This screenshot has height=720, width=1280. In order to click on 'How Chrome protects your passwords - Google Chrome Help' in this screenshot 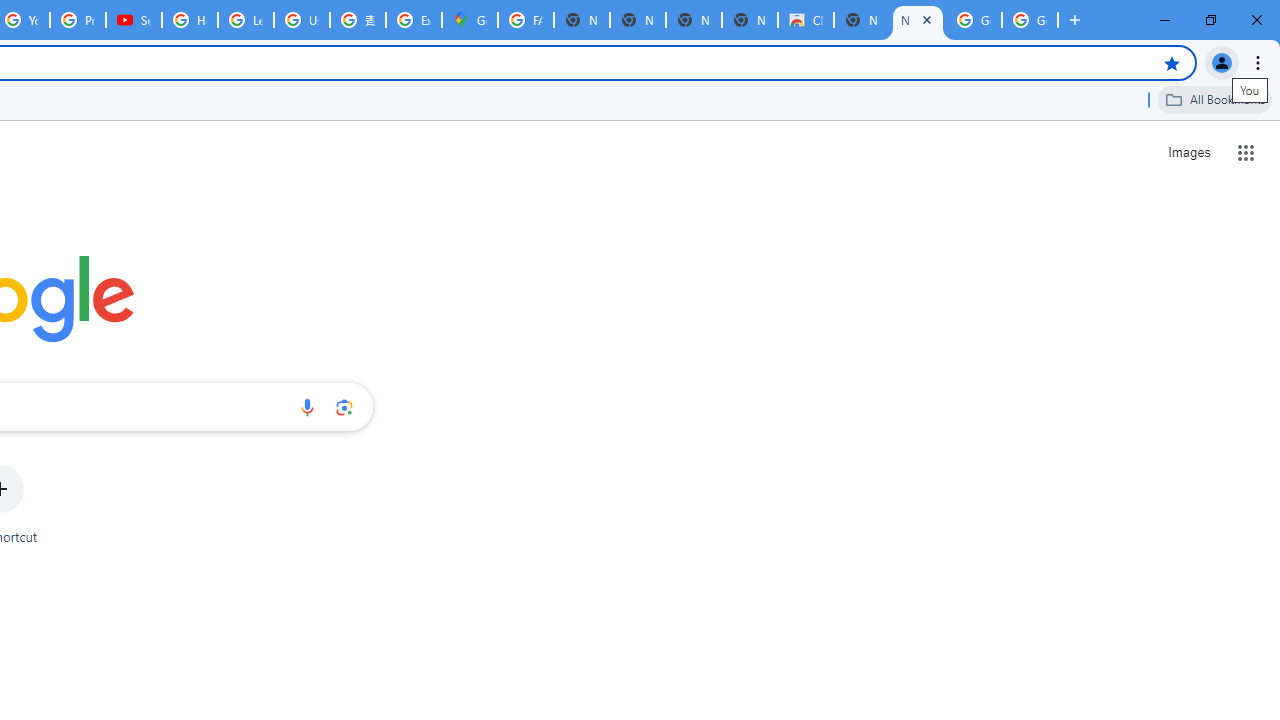, I will do `click(190, 20)`.